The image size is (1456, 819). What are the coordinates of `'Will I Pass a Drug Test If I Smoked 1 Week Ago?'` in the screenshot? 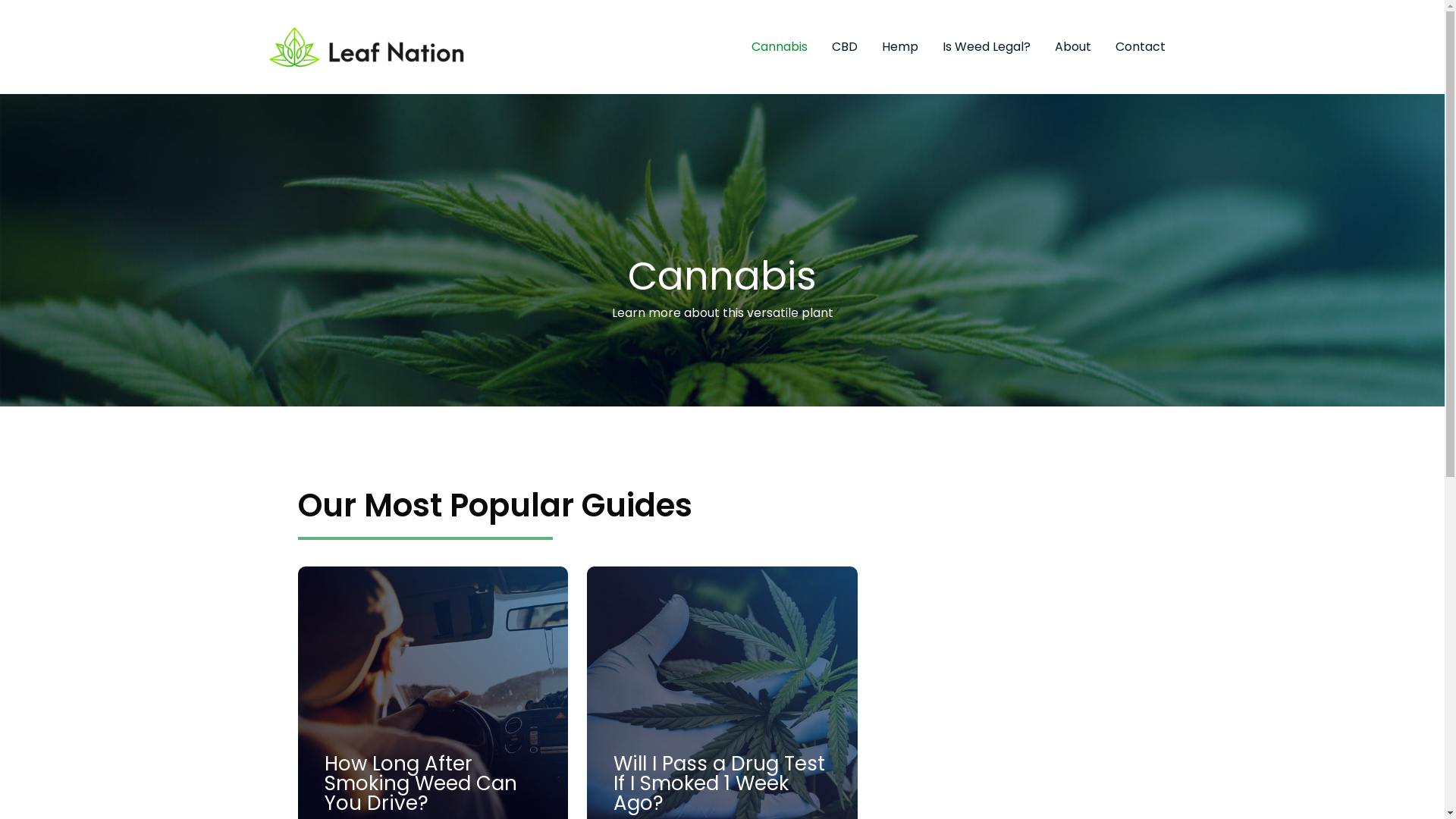 It's located at (718, 783).